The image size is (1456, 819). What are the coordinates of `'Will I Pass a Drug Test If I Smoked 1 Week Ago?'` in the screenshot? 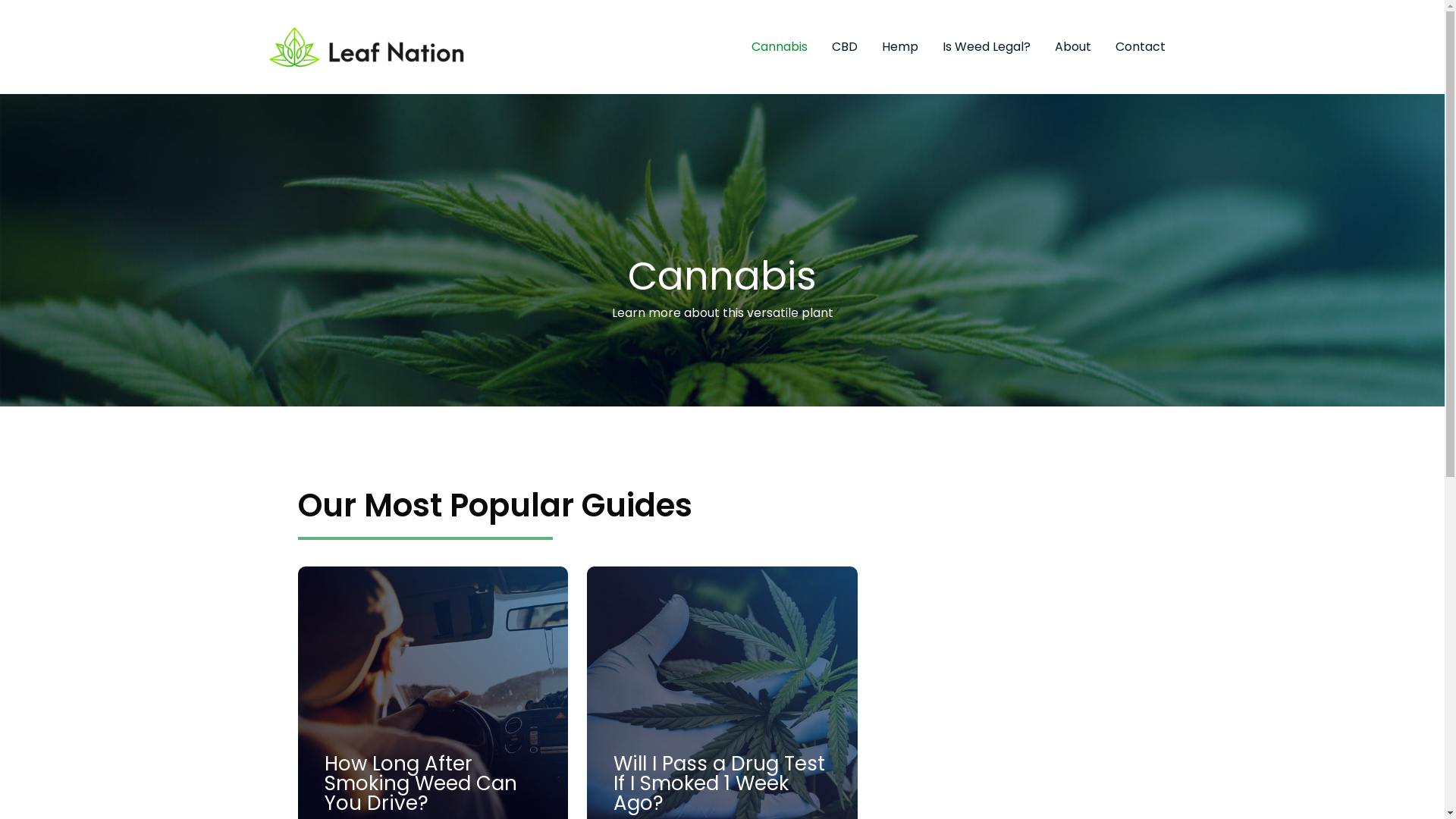 It's located at (718, 783).